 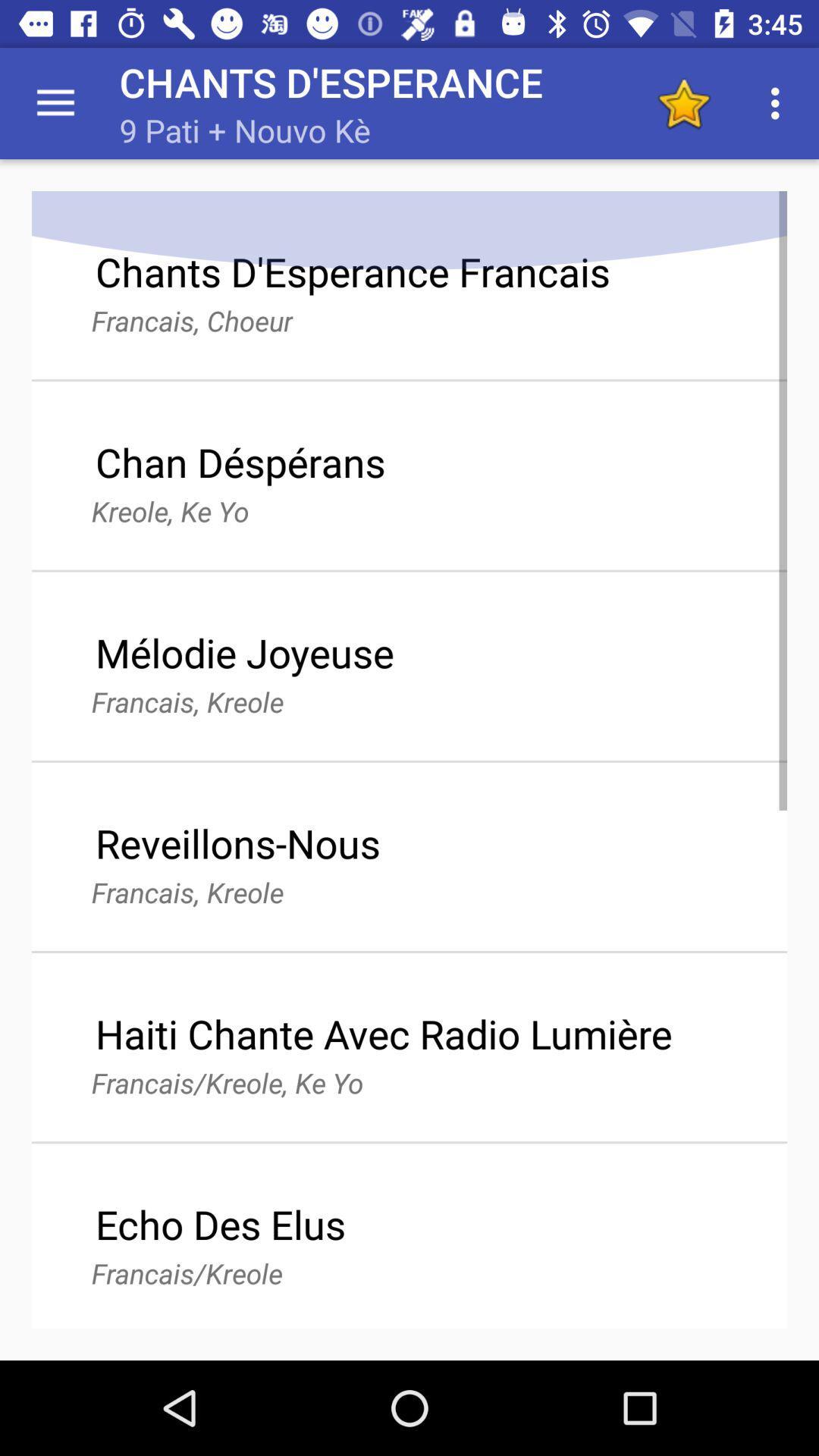 What do you see at coordinates (383, 1033) in the screenshot?
I see `the item below francais, kreole` at bounding box center [383, 1033].